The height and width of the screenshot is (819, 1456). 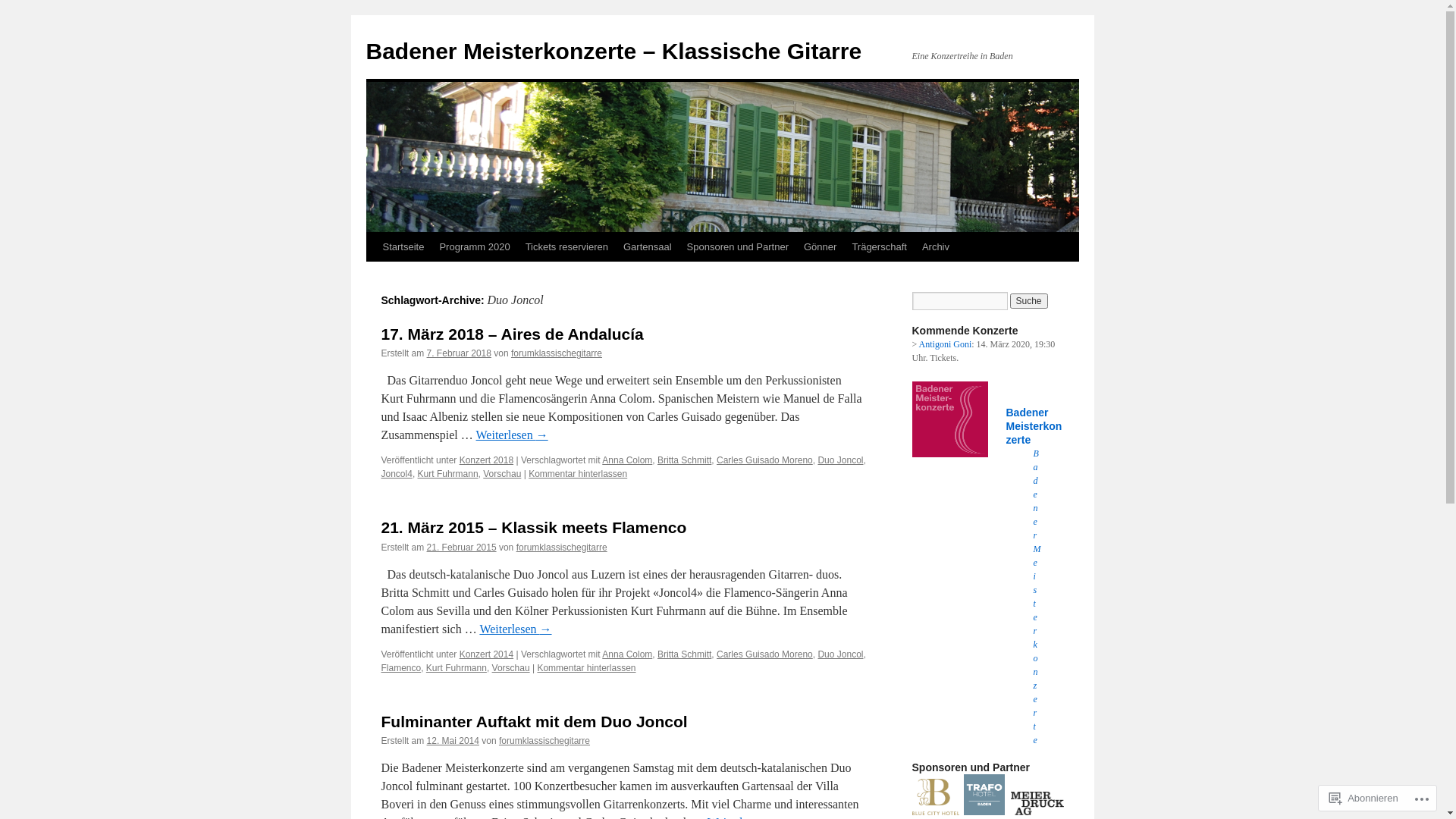 What do you see at coordinates (556, 353) in the screenshot?
I see `'forumklassischegitarre'` at bounding box center [556, 353].